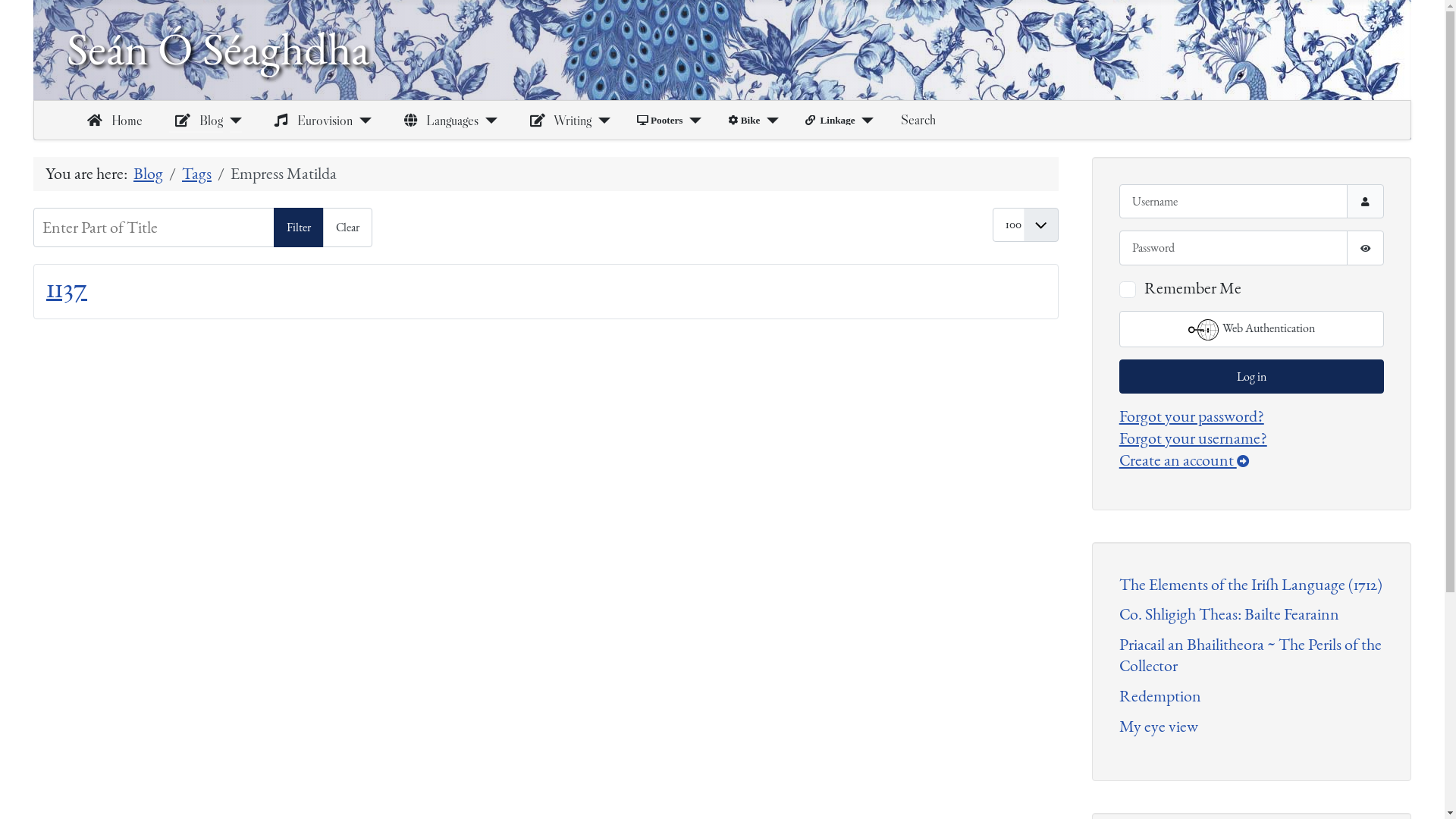  I want to click on 'Forgot your password?', so click(1191, 416).